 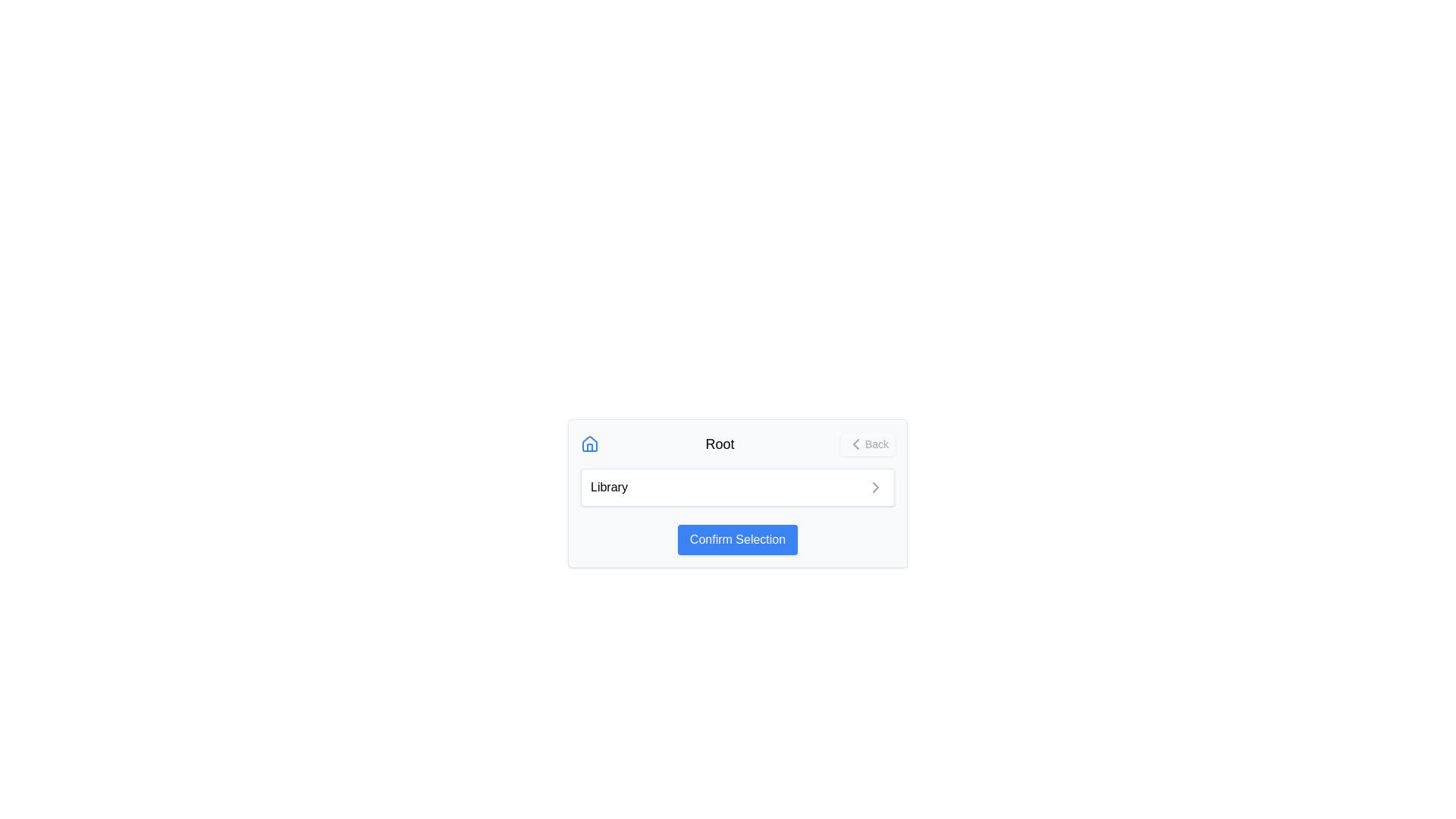 What do you see at coordinates (738, 539) in the screenshot?
I see `the blue 'Confirm Selection' button located at the bottom center of the 'Root' dialog box to confirm the selection` at bounding box center [738, 539].